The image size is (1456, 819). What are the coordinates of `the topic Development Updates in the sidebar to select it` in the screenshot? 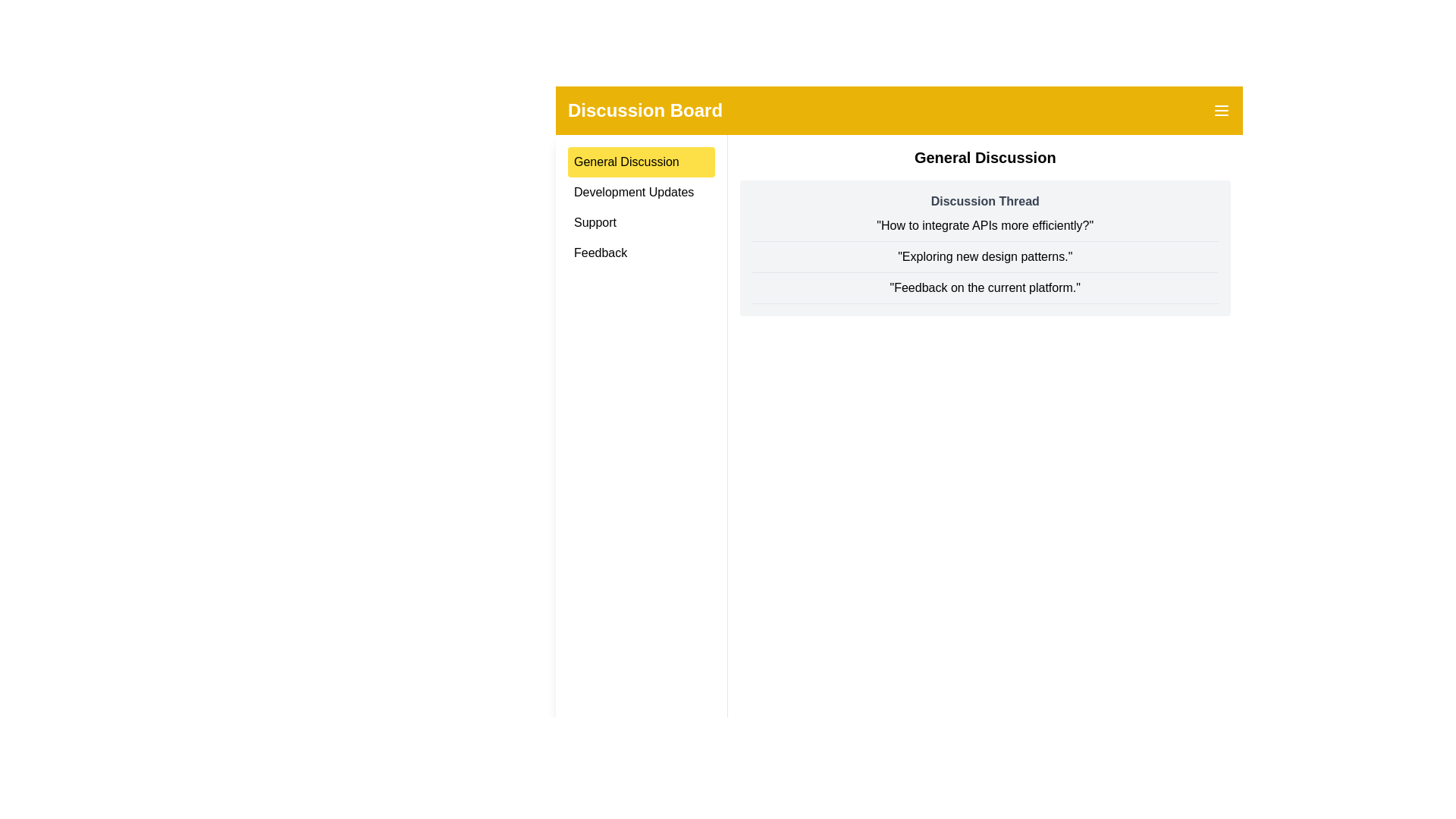 It's located at (641, 192).